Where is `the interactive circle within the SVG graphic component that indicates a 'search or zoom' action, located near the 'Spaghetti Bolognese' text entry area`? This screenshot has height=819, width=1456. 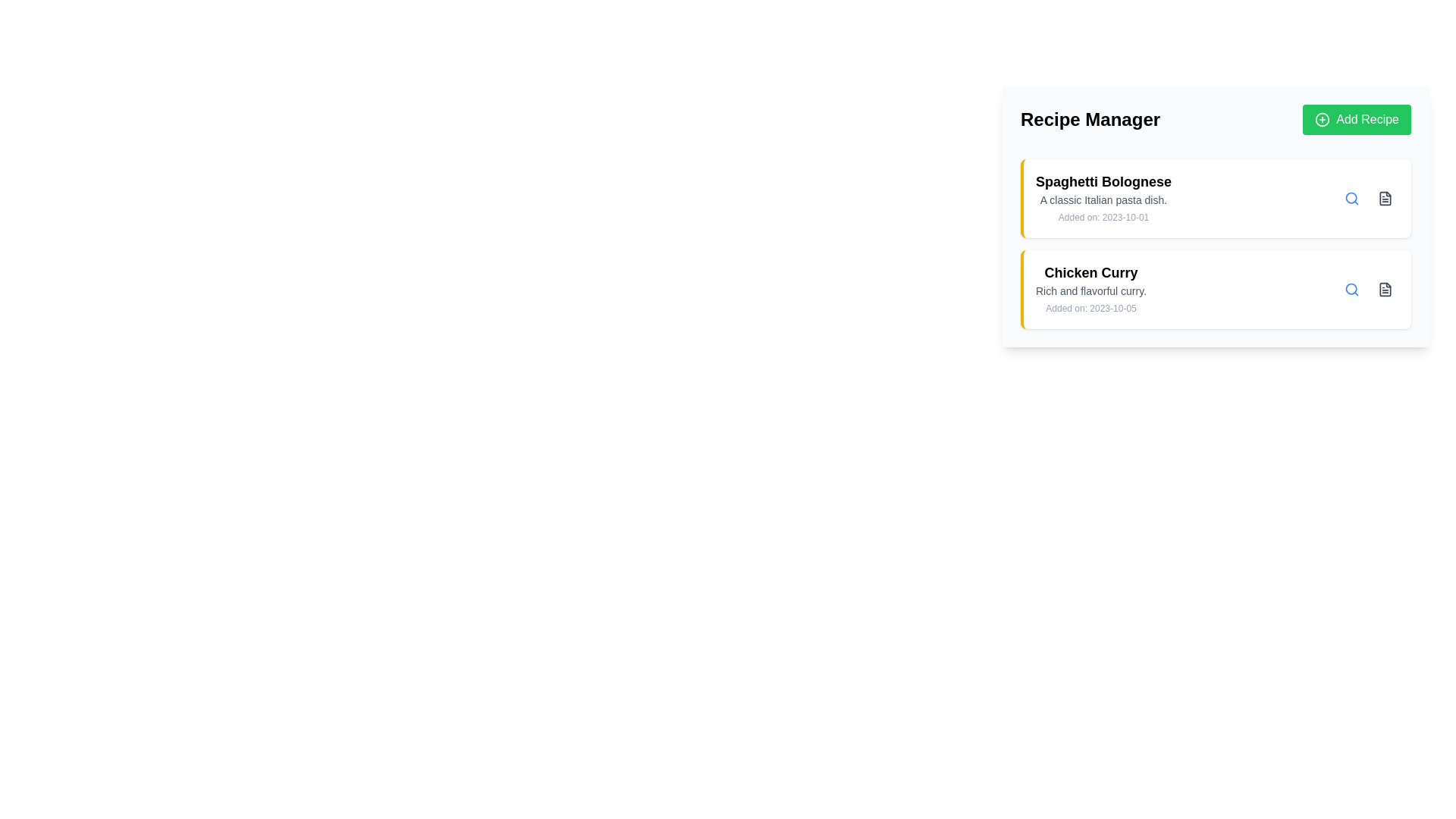
the interactive circle within the SVG graphic component that indicates a 'search or zoom' action, located near the 'Spaghetti Bolognese' text entry area is located at coordinates (1351, 289).